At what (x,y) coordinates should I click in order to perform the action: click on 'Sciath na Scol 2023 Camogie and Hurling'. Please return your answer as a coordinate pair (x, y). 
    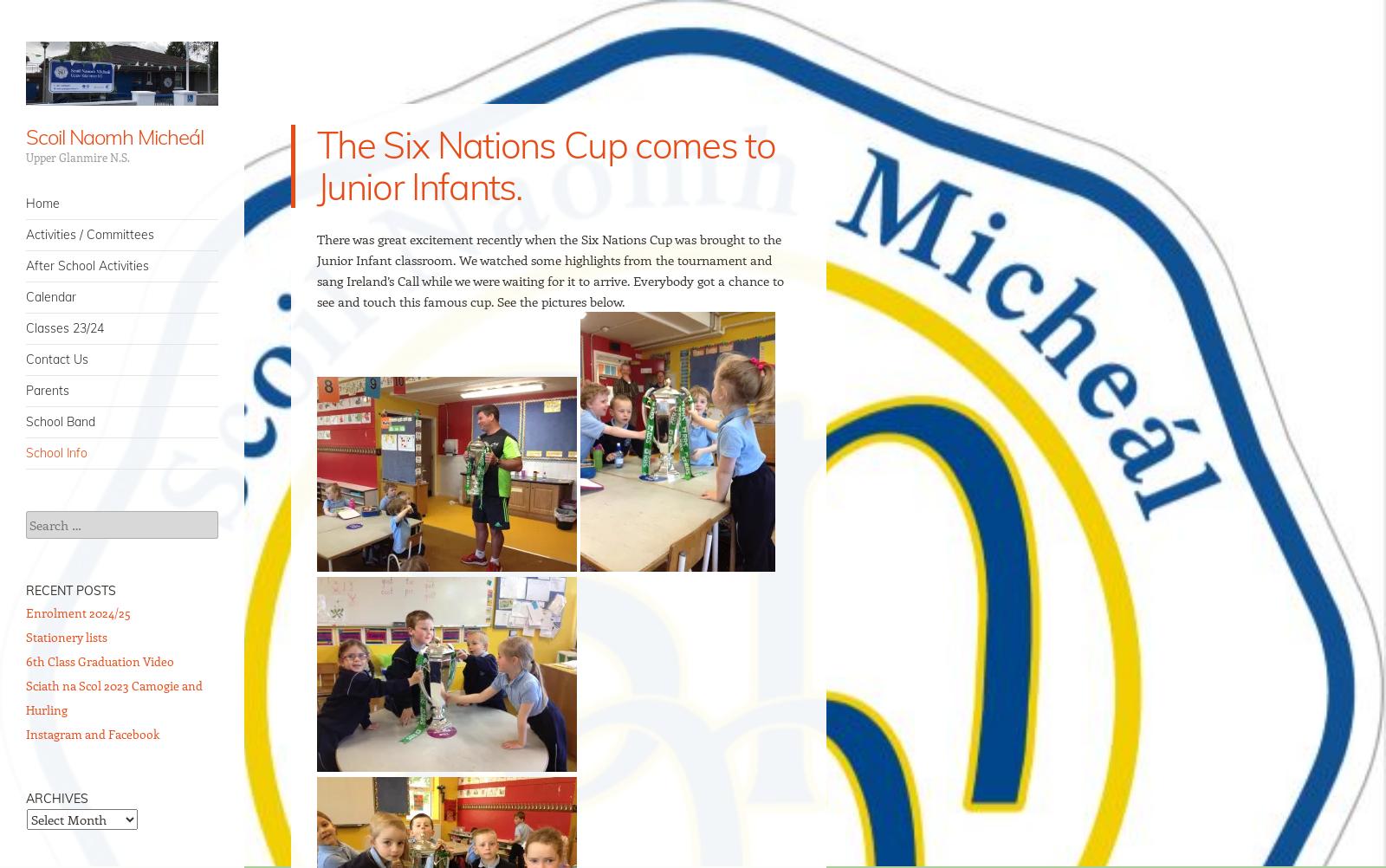
    Looking at the image, I should click on (113, 696).